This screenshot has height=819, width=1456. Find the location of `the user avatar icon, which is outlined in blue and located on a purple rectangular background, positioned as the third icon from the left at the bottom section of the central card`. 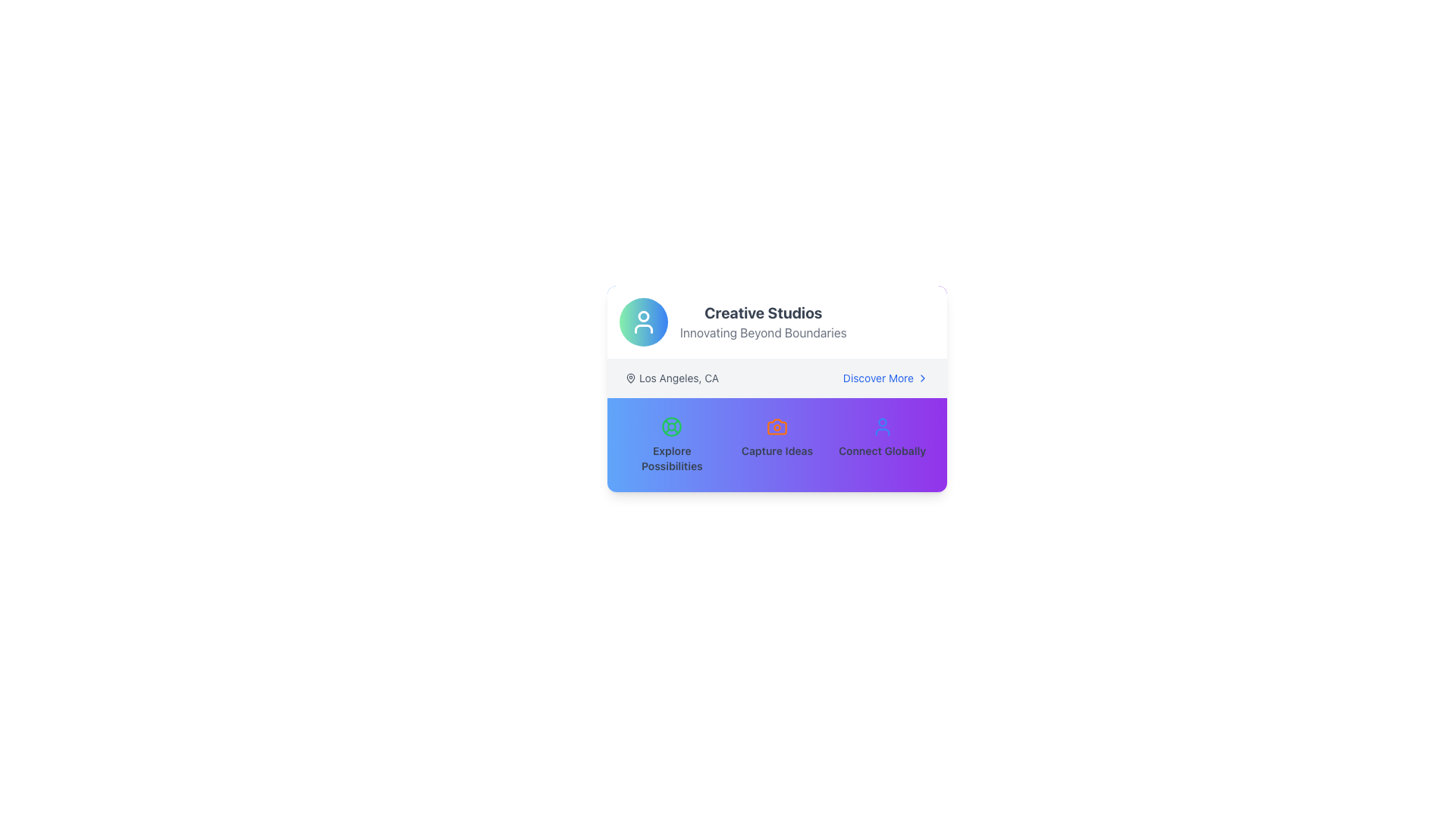

the user avatar icon, which is outlined in blue and located on a purple rectangular background, positioned as the third icon from the left at the bottom section of the central card is located at coordinates (882, 427).